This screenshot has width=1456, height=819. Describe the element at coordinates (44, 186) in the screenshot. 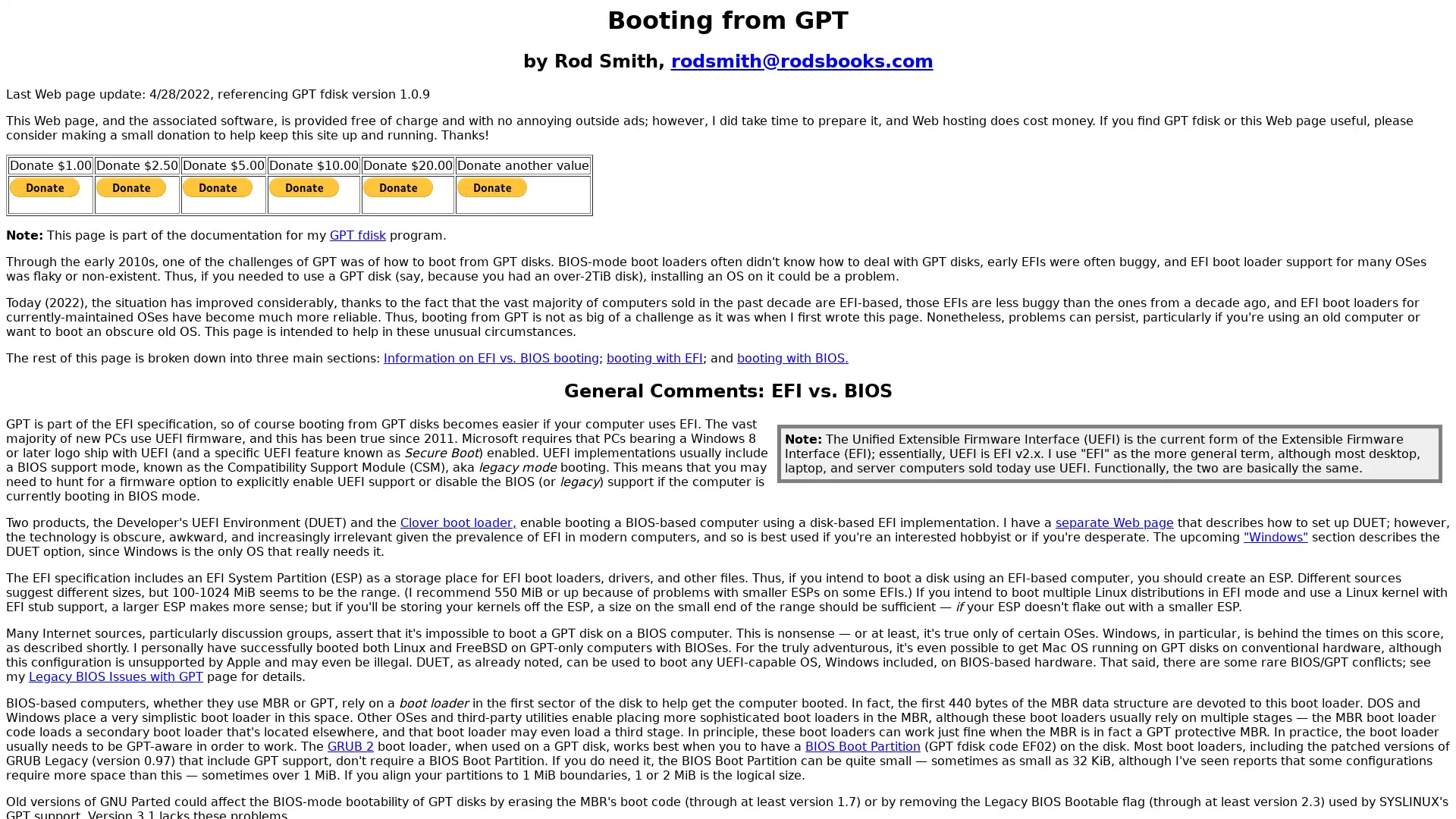

I see `PayPal - The safer, easier way to pay online!` at that location.